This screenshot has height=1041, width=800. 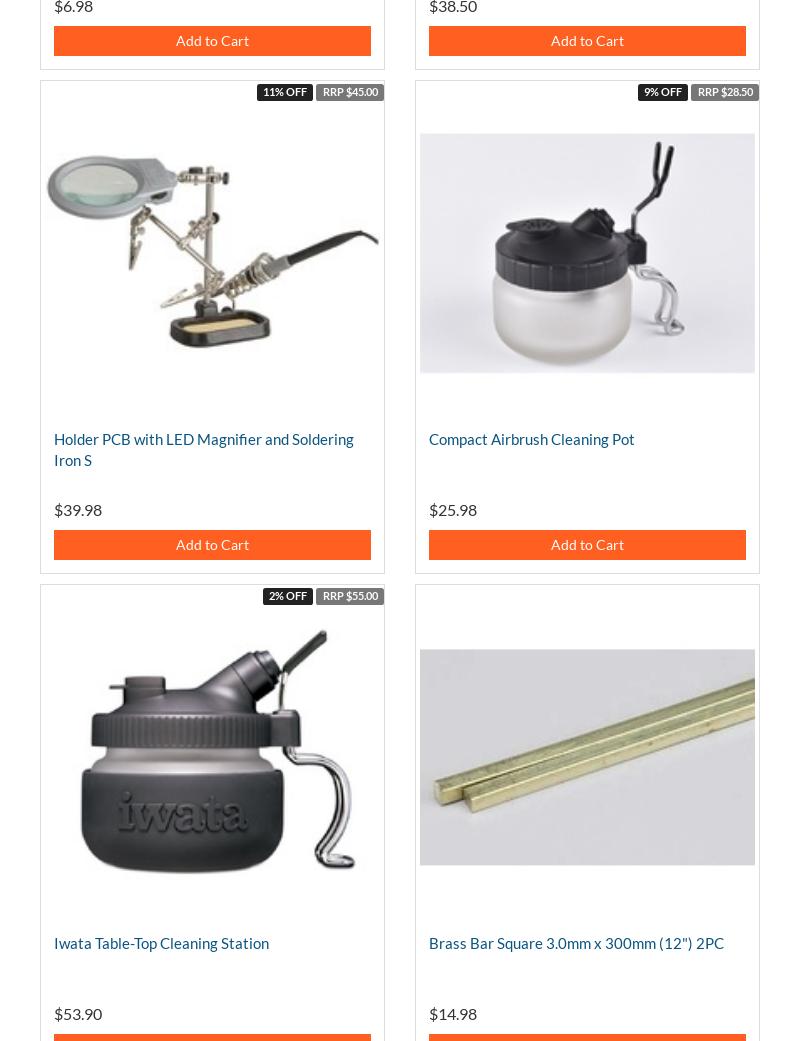 What do you see at coordinates (78, 507) in the screenshot?
I see `'$39.98'` at bounding box center [78, 507].